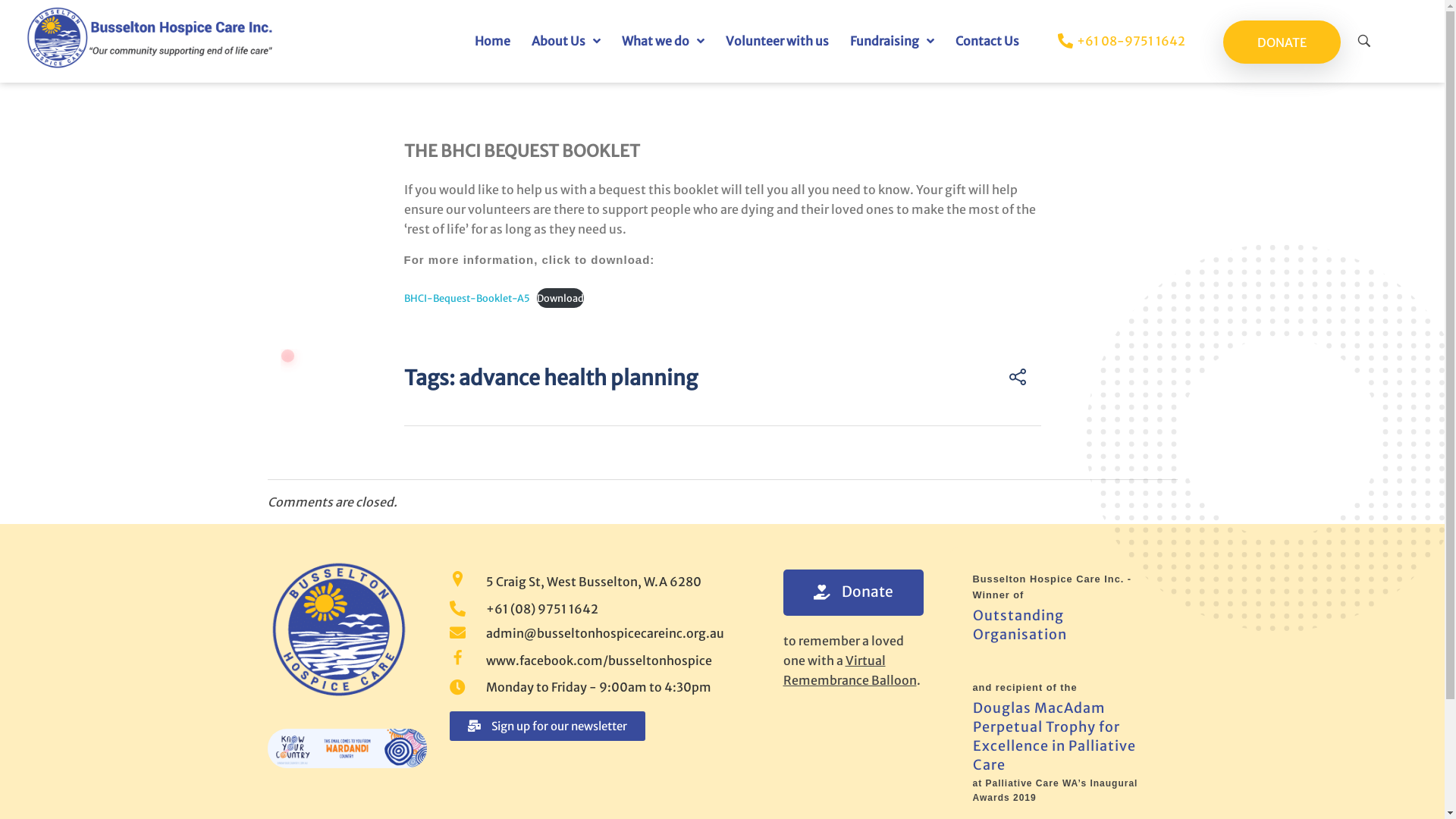 This screenshot has width=1456, height=819. What do you see at coordinates (465, 298) in the screenshot?
I see `'BHCI-Bequest-Booklet-A5'` at bounding box center [465, 298].